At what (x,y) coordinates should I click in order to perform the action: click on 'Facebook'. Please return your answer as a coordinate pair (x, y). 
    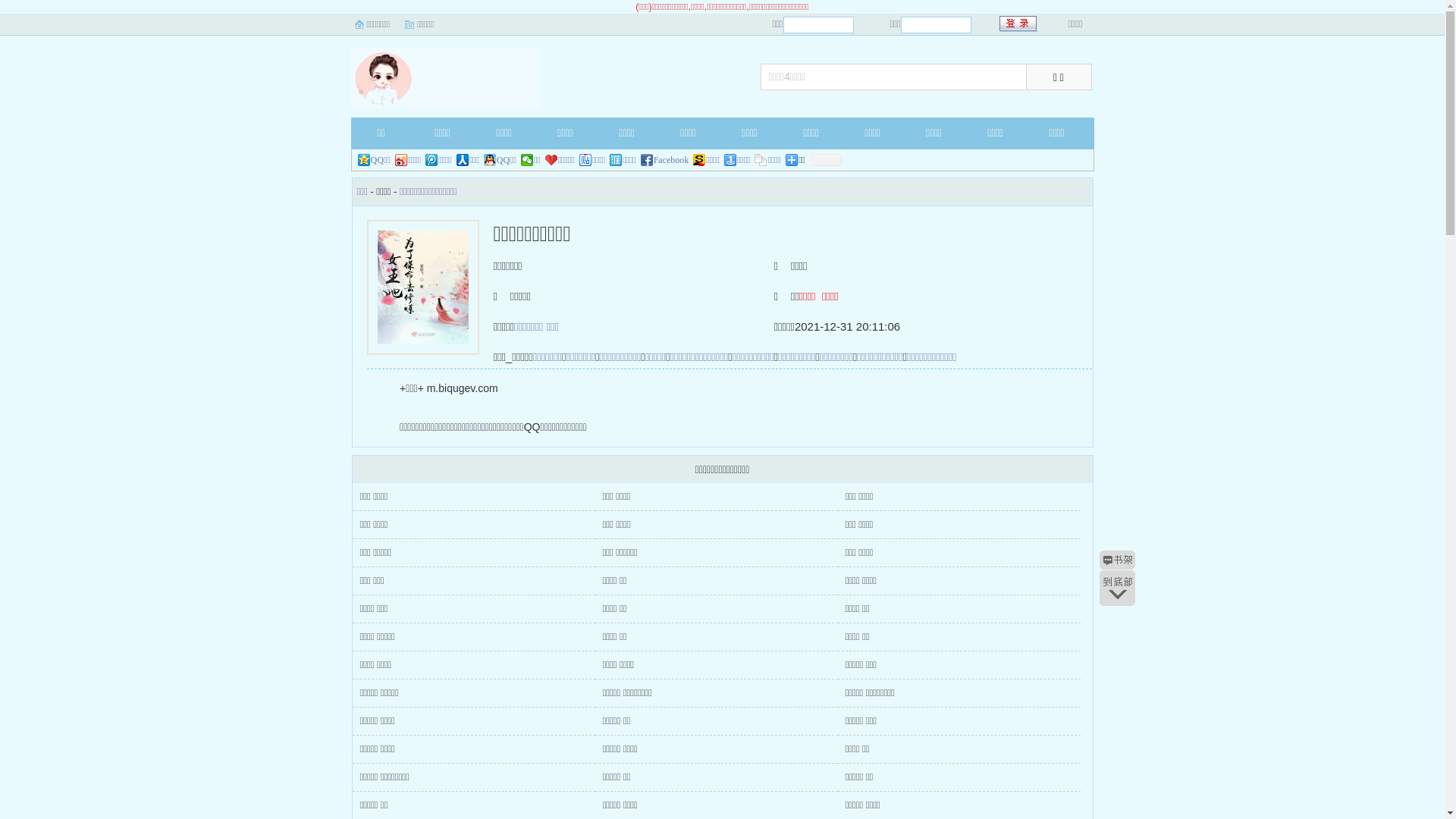
    Looking at the image, I should click on (665, 160).